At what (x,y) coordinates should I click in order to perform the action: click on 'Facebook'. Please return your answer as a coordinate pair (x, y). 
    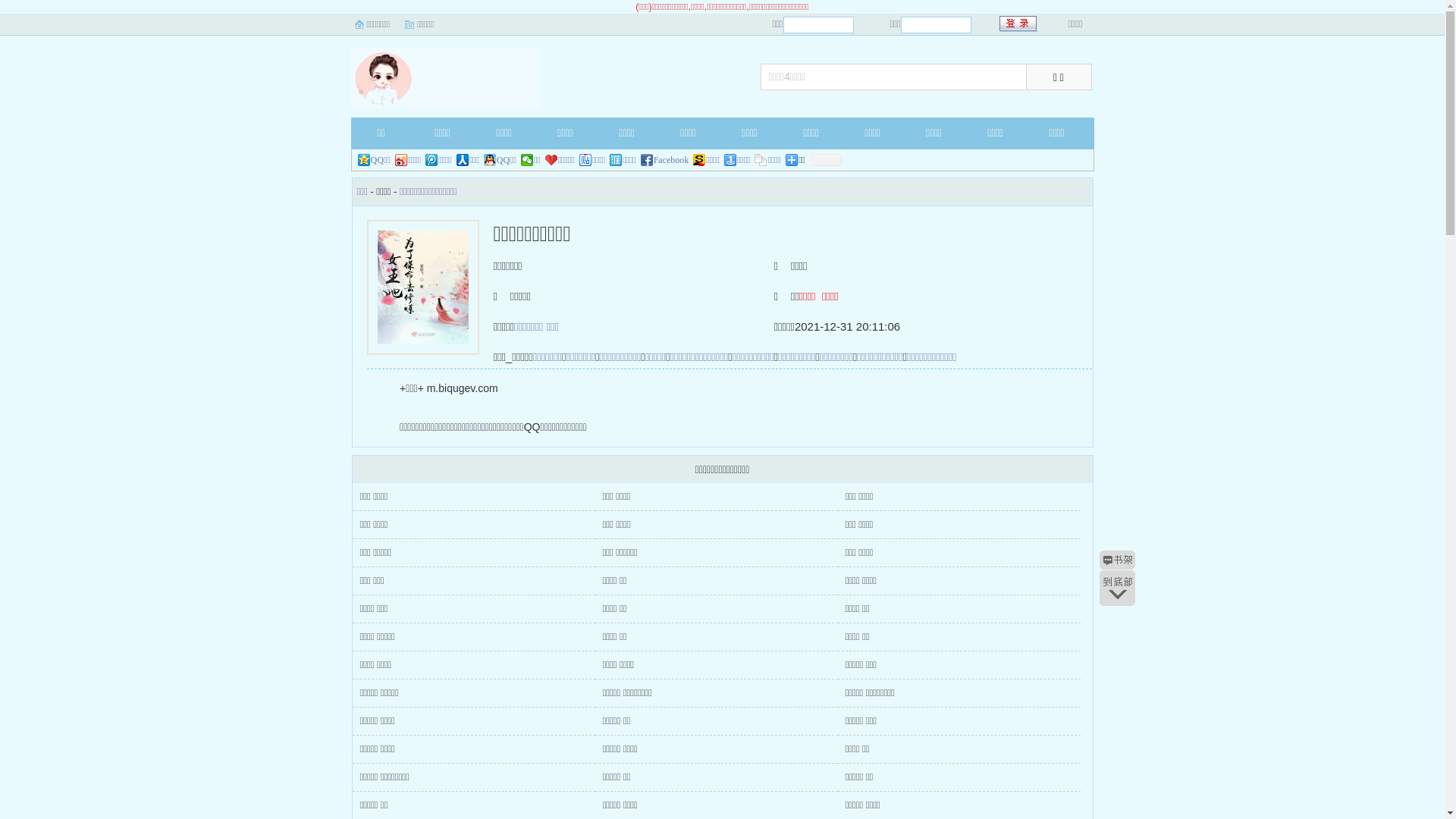
    Looking at the image, I should click on (665, 160).